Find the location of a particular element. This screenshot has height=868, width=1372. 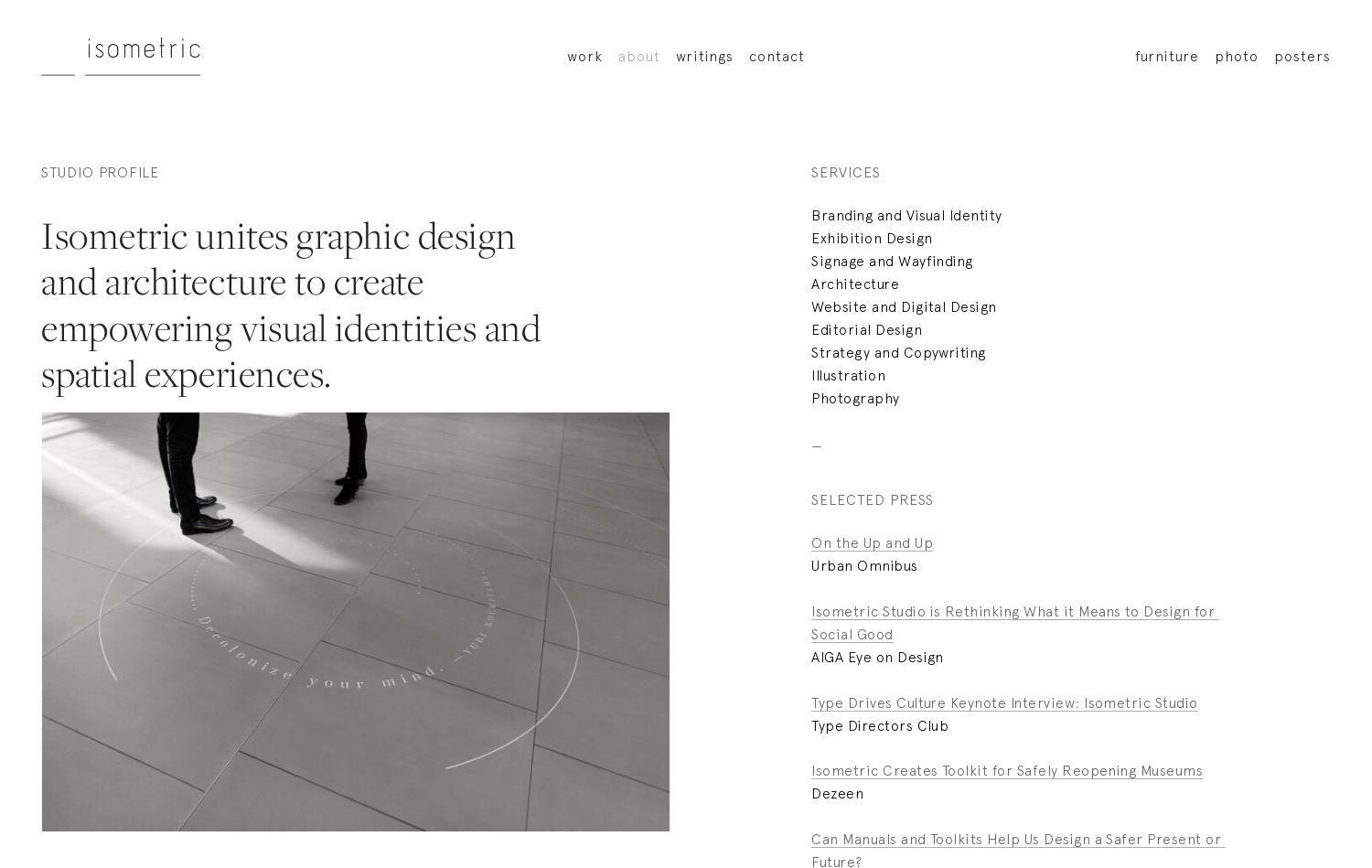

'SELECTED PRESS' is located at coordinates (810, 498).